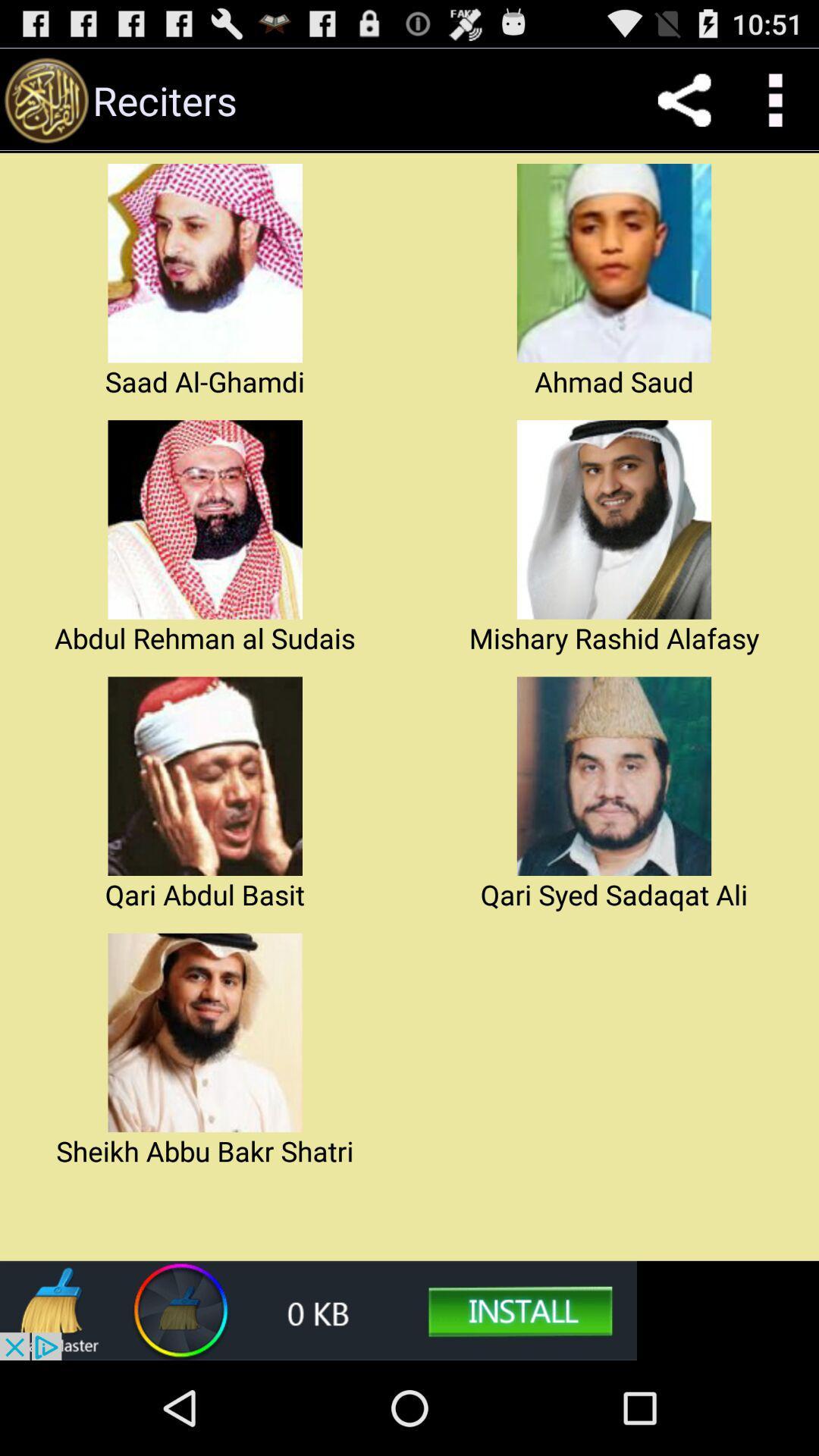 The image size is (819, 1456). I want to click on the photo of ahmad saud, so click(614, 263).